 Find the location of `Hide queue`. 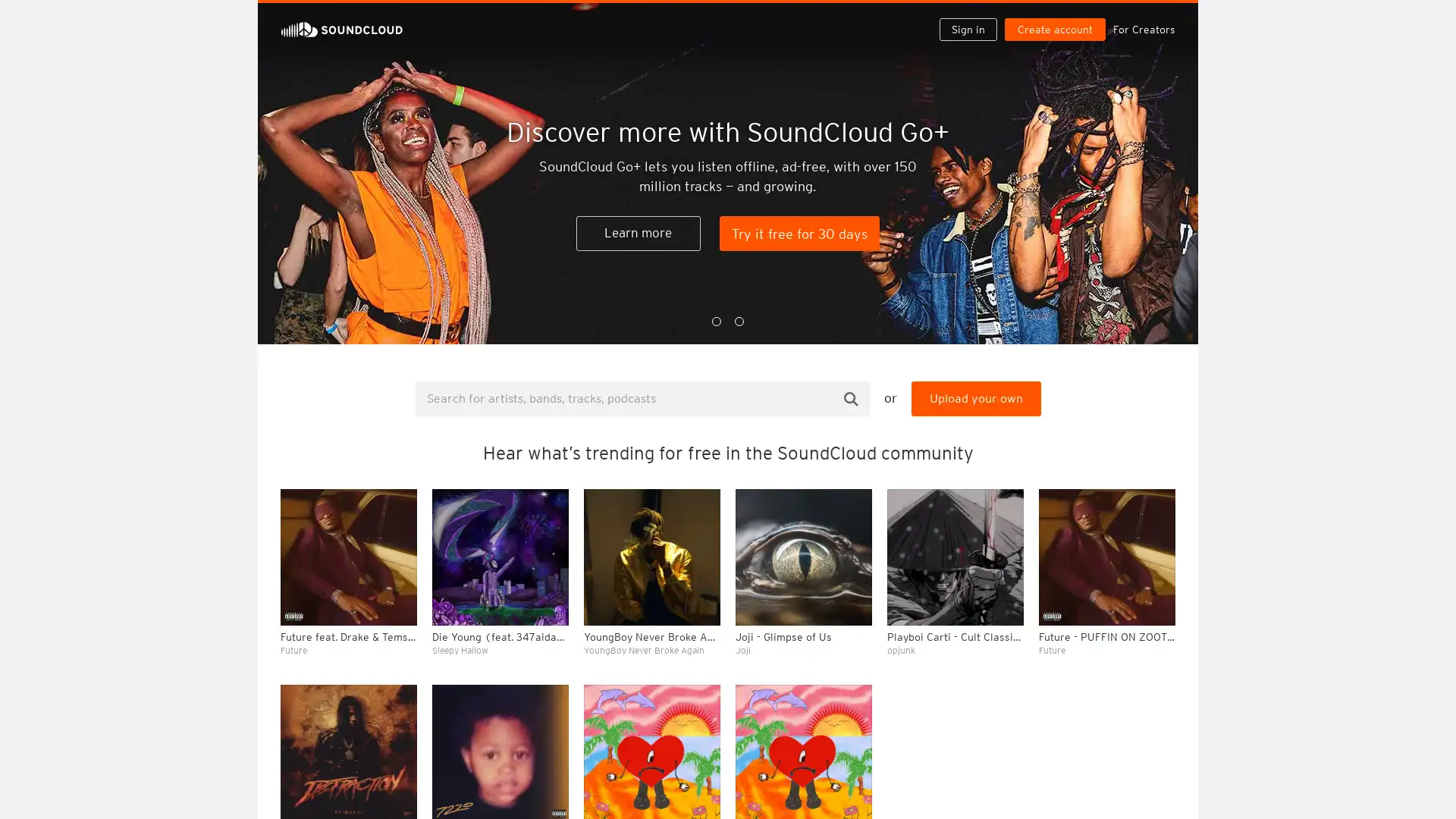

Hide queue is located at coordinates (1165, 414).